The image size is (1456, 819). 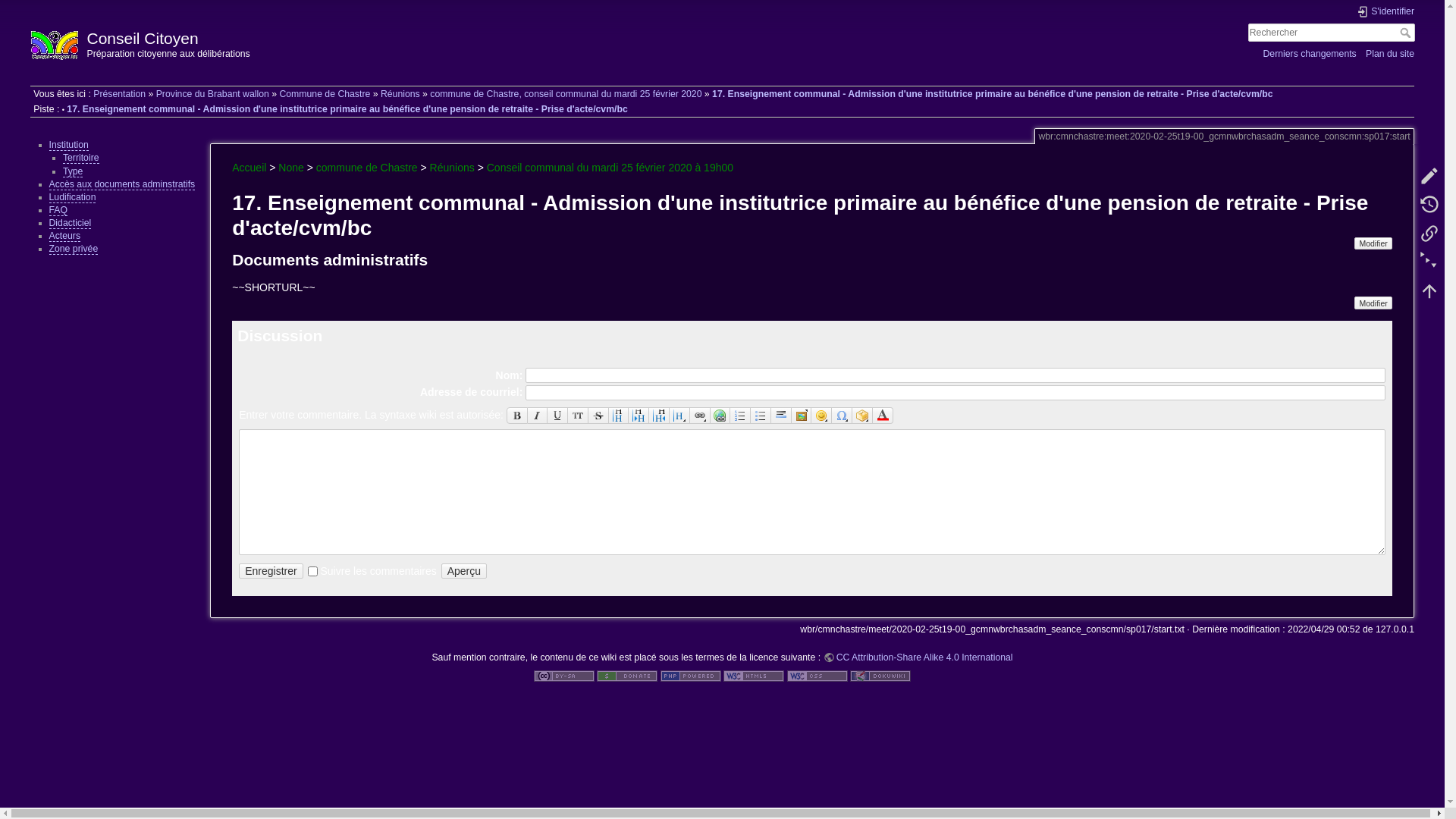 I want to click on 'Rechercher', so click(x=1406, y=32).